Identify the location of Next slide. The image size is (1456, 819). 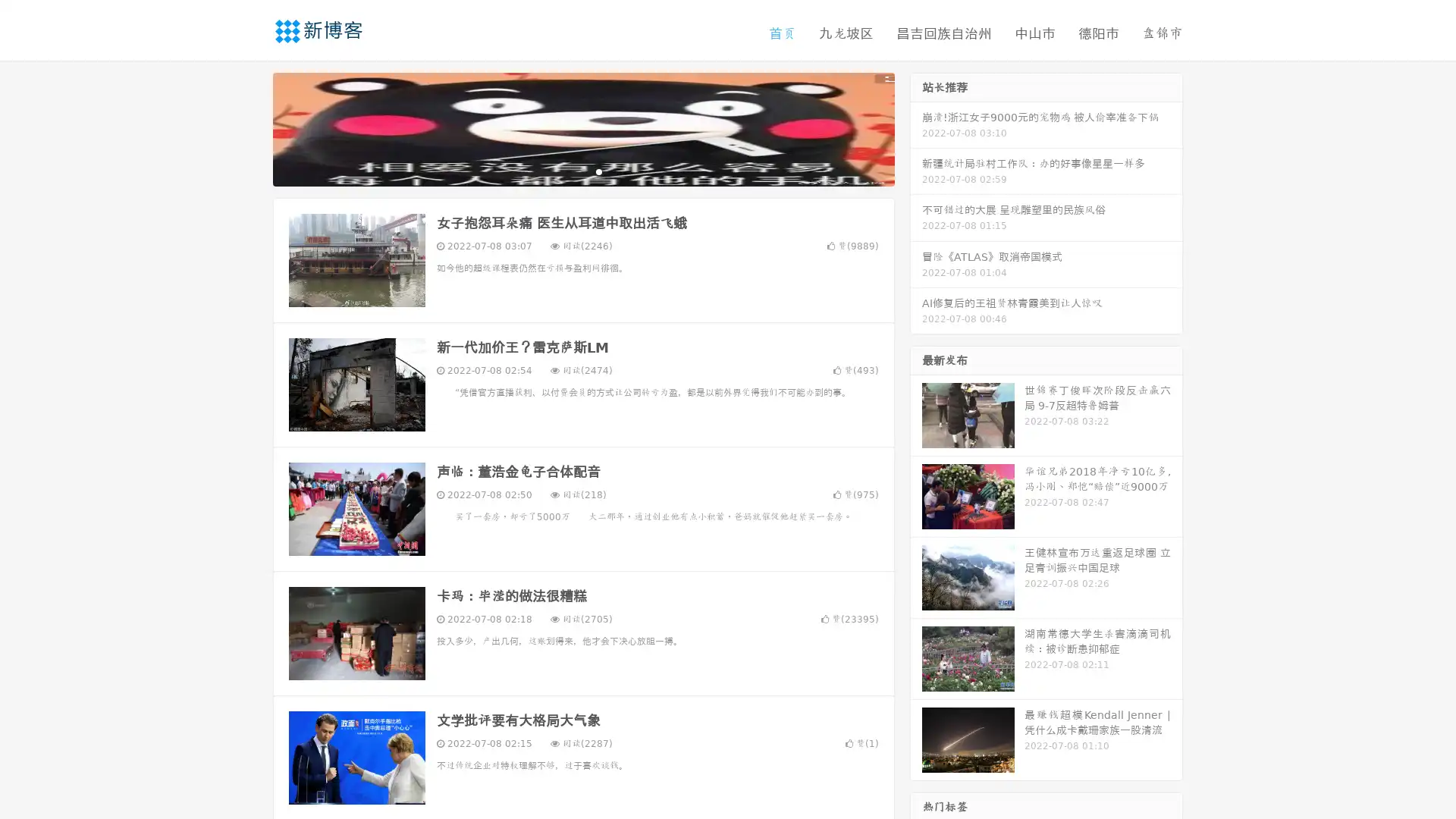
(916, 127).